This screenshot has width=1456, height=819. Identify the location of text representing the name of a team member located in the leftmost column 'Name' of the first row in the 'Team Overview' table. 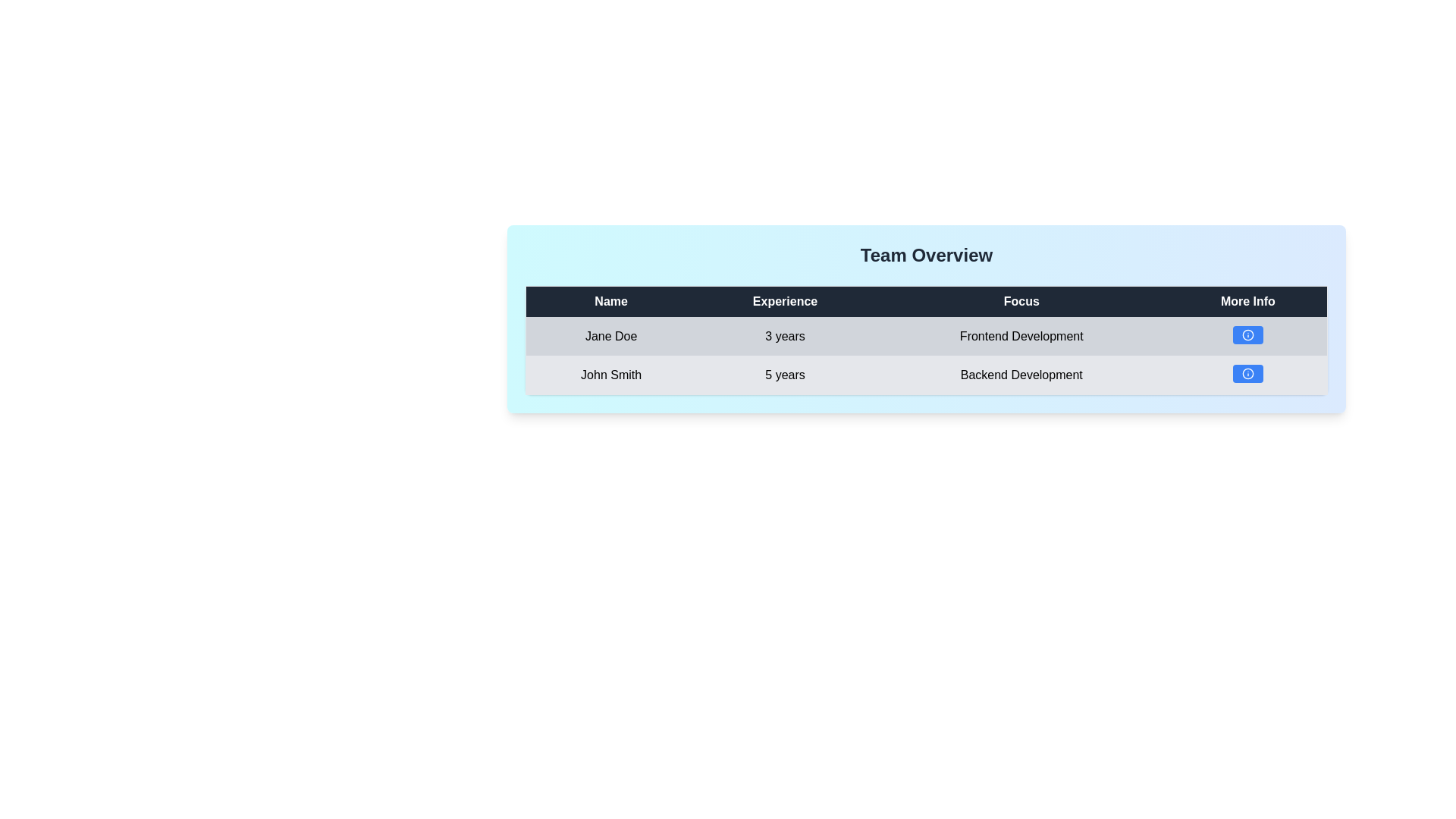
(610, 335).